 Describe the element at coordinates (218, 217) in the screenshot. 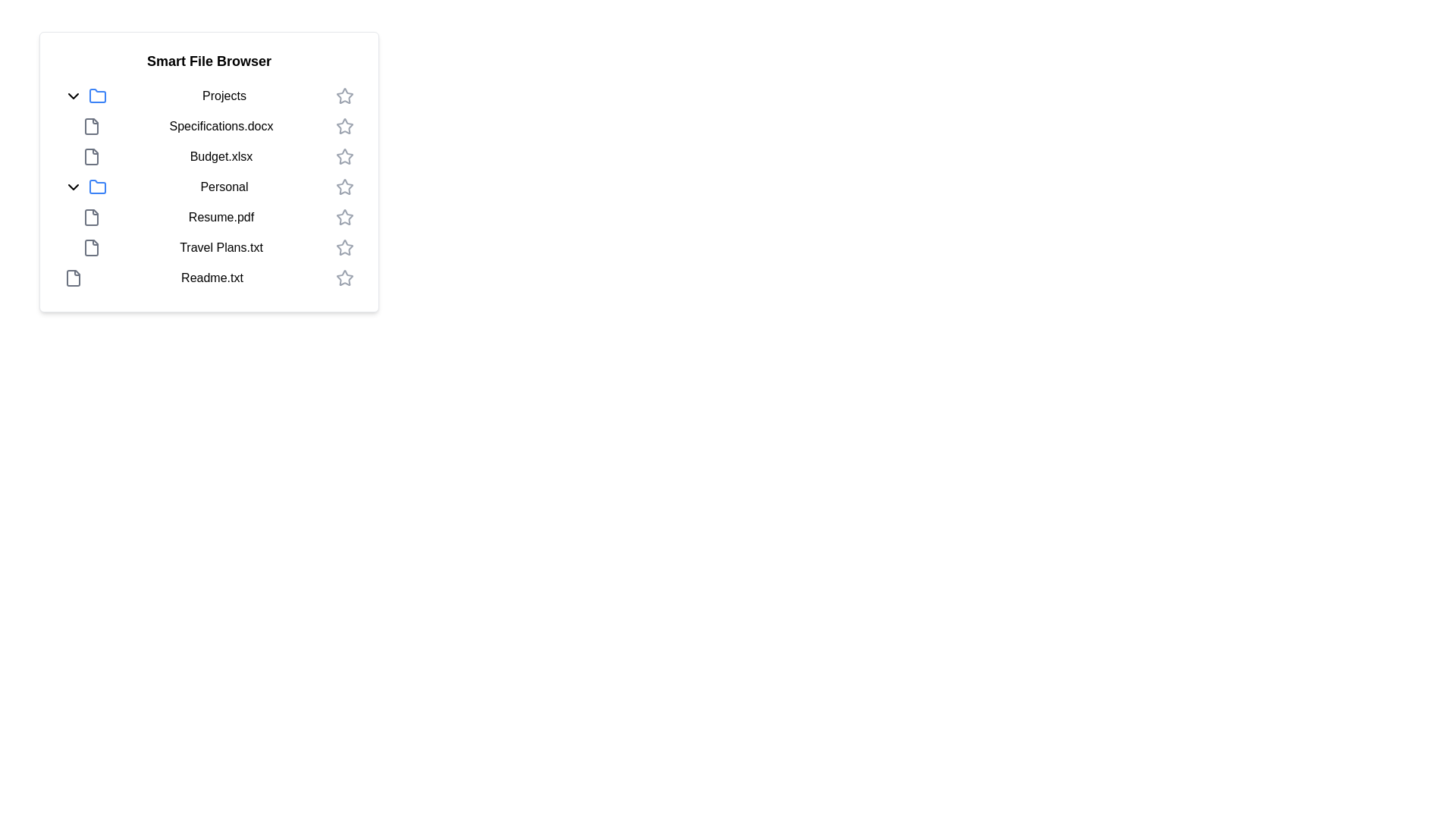

I see `to select the 'Resume.pdf' file entry, which is the first item under the 'Personal' folder in the file browser interface` at that location.